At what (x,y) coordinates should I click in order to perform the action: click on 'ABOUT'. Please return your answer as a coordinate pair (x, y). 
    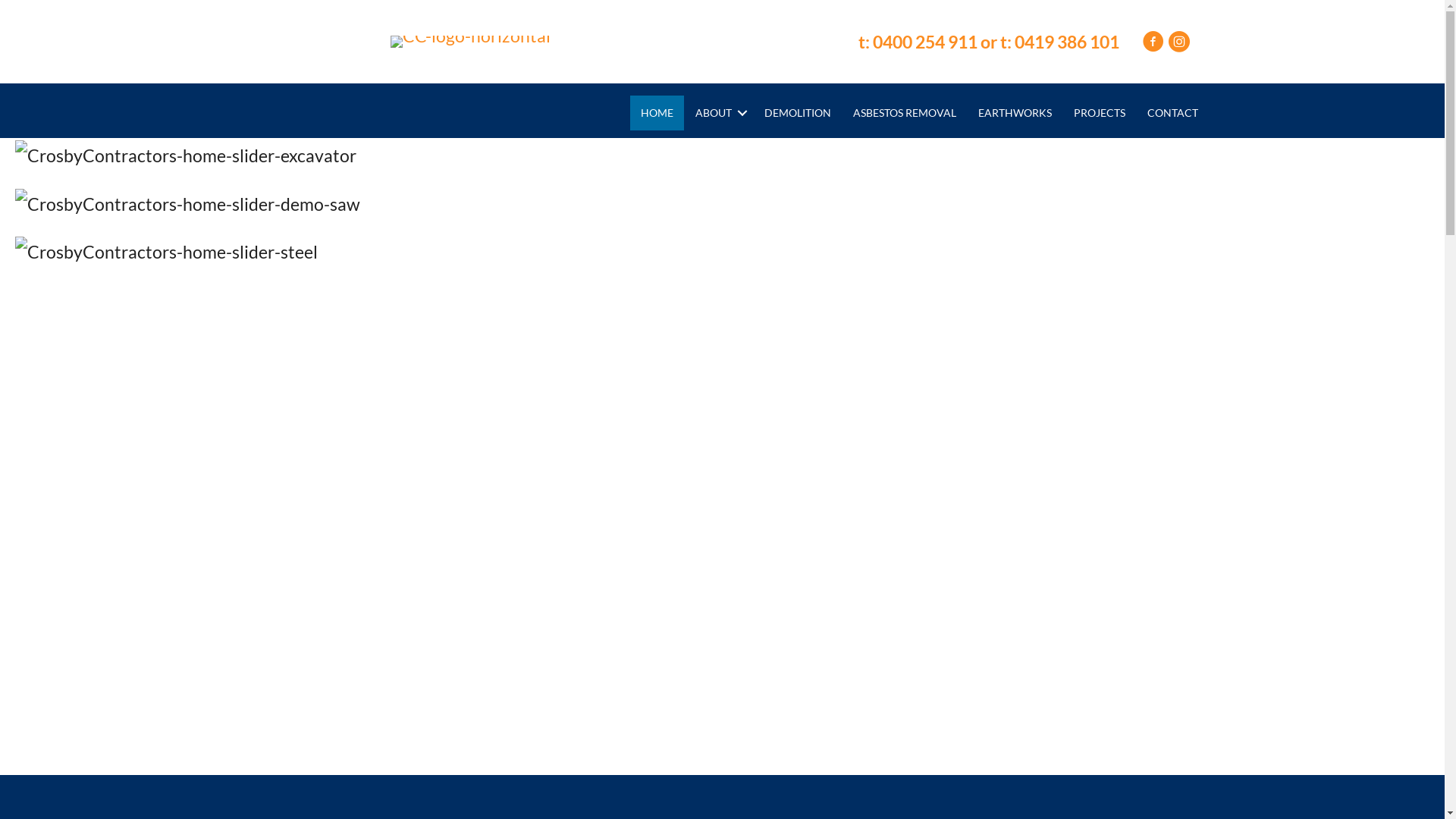
    Looking at the image, I should click on (718, 112).